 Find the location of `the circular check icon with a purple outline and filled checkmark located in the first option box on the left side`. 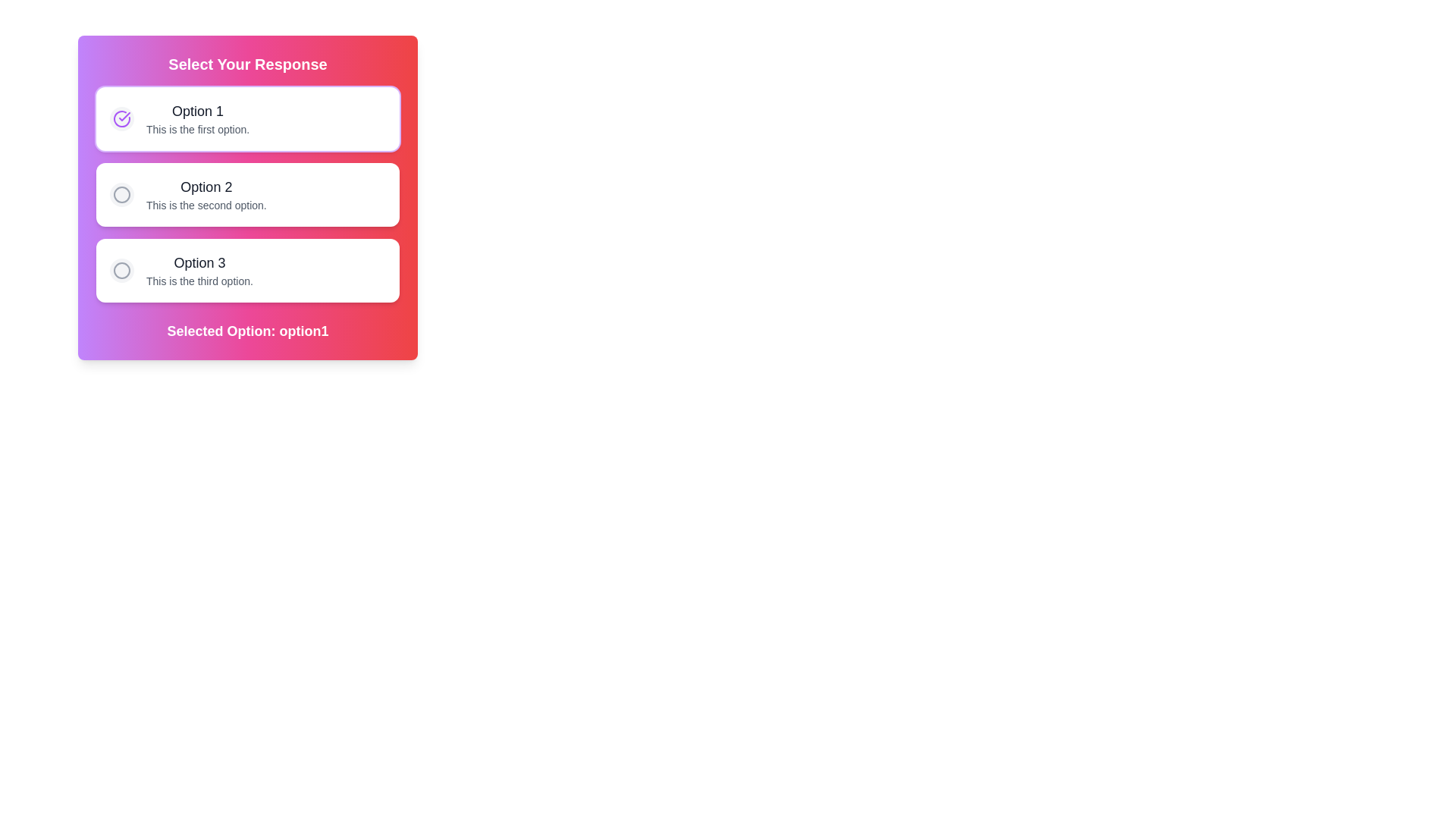

the circular check icon with a purple outline and filled checkmark located in the first option box on the left side is located at coordinates (122, 118).